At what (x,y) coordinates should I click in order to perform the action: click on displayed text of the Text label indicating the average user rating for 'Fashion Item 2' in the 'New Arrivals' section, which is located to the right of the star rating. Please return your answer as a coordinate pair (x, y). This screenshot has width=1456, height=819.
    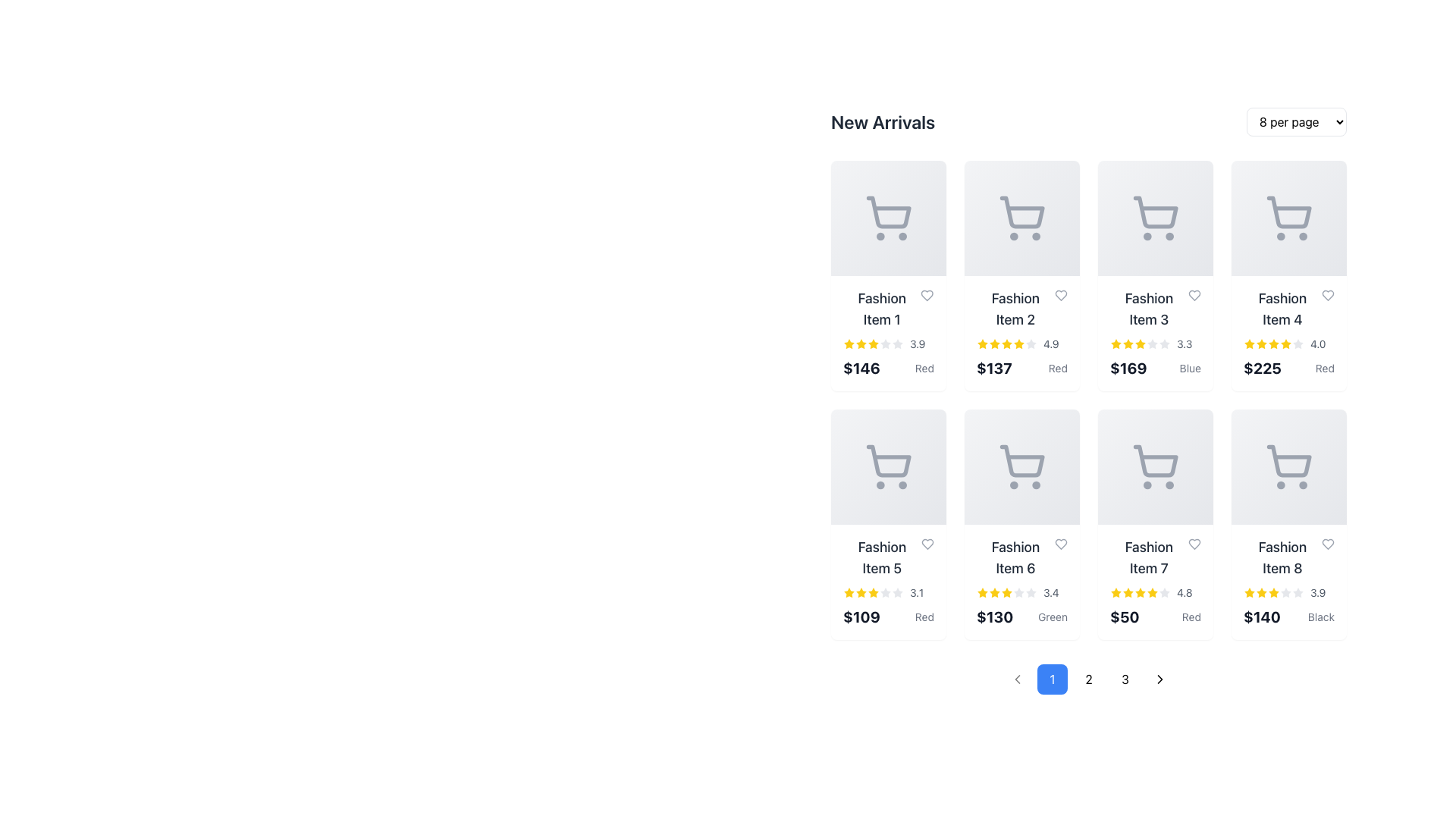
    Looking at the image, I should click on (1050, 344).